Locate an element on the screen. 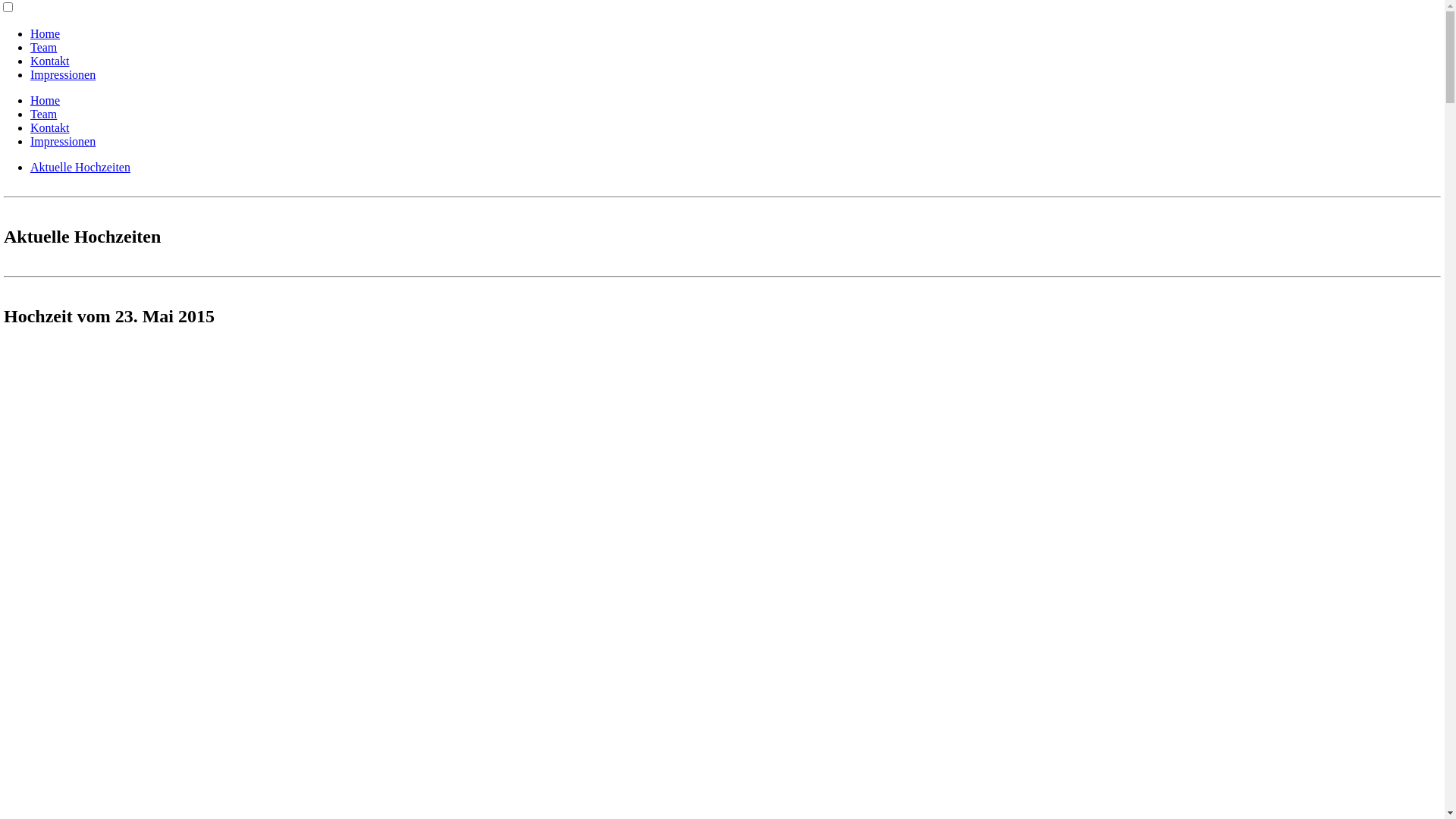 This screenshot has width=1456, height=819. 'Impressionen' is located at coordinates (61, 74).